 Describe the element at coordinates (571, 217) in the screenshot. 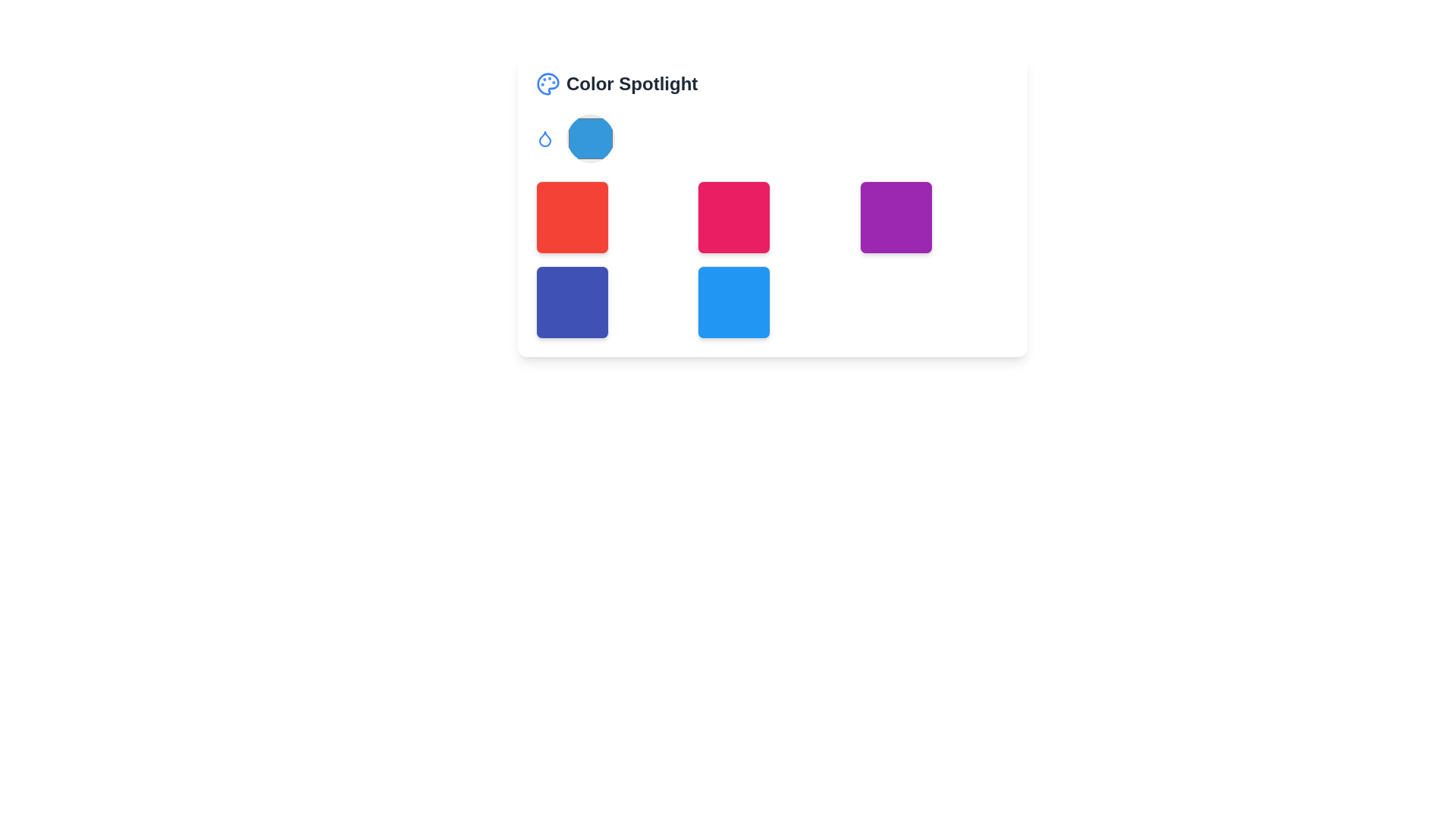

I see `the upper-left red rounded square` at that location.